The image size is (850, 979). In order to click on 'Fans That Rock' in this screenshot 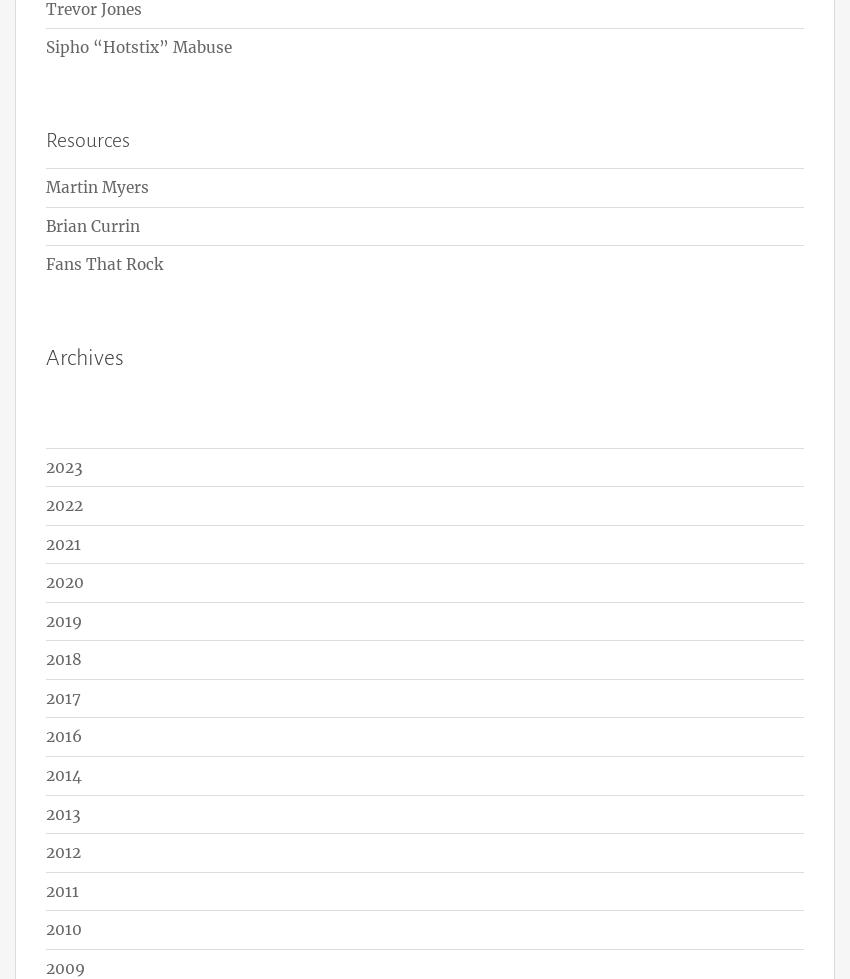, I will do `click(103, 264)`.